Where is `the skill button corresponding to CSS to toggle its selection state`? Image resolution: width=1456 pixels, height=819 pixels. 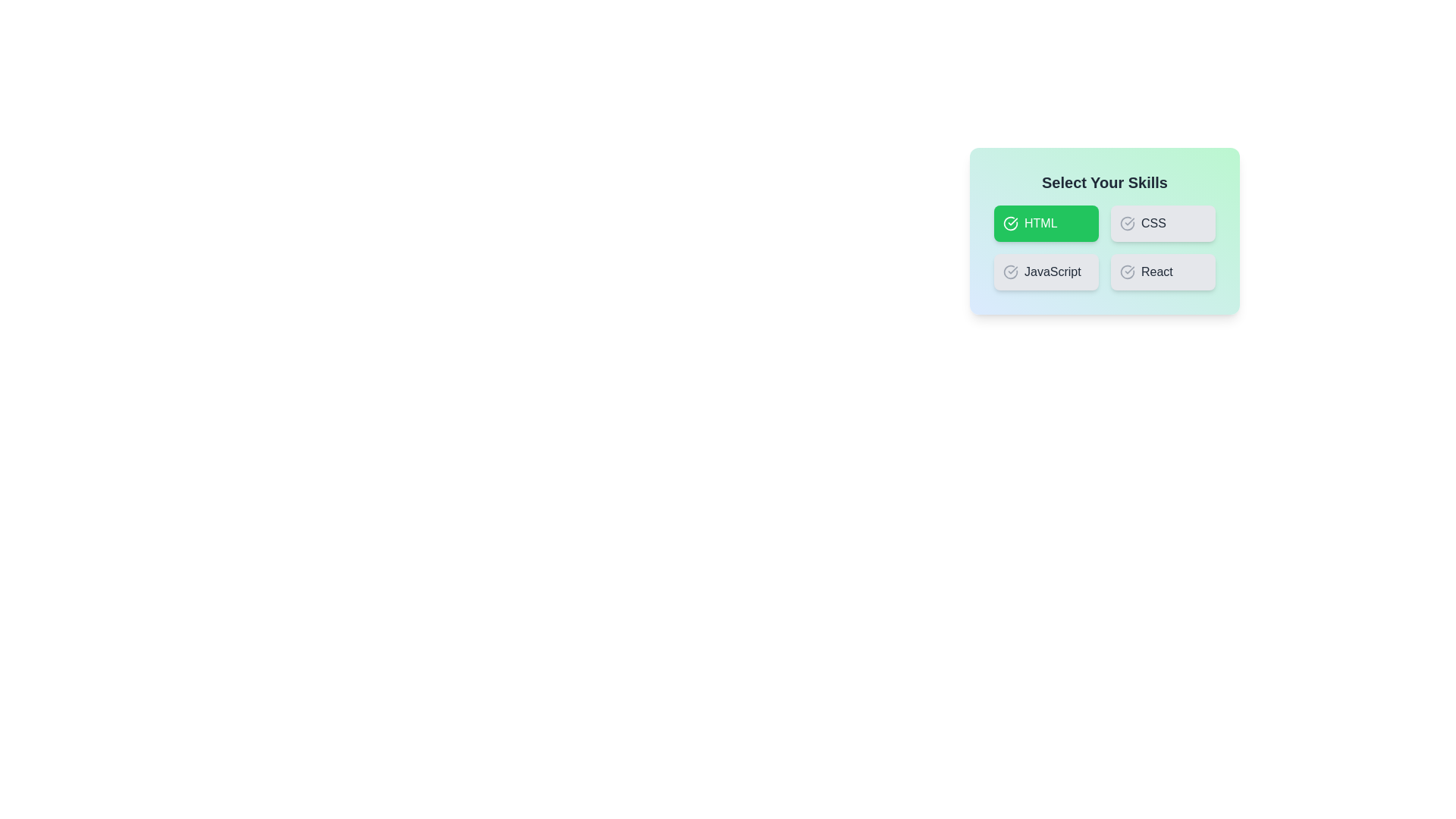 the skill button corresponding to CSS to toggle its selection state is located at coordinates (1163, 223).